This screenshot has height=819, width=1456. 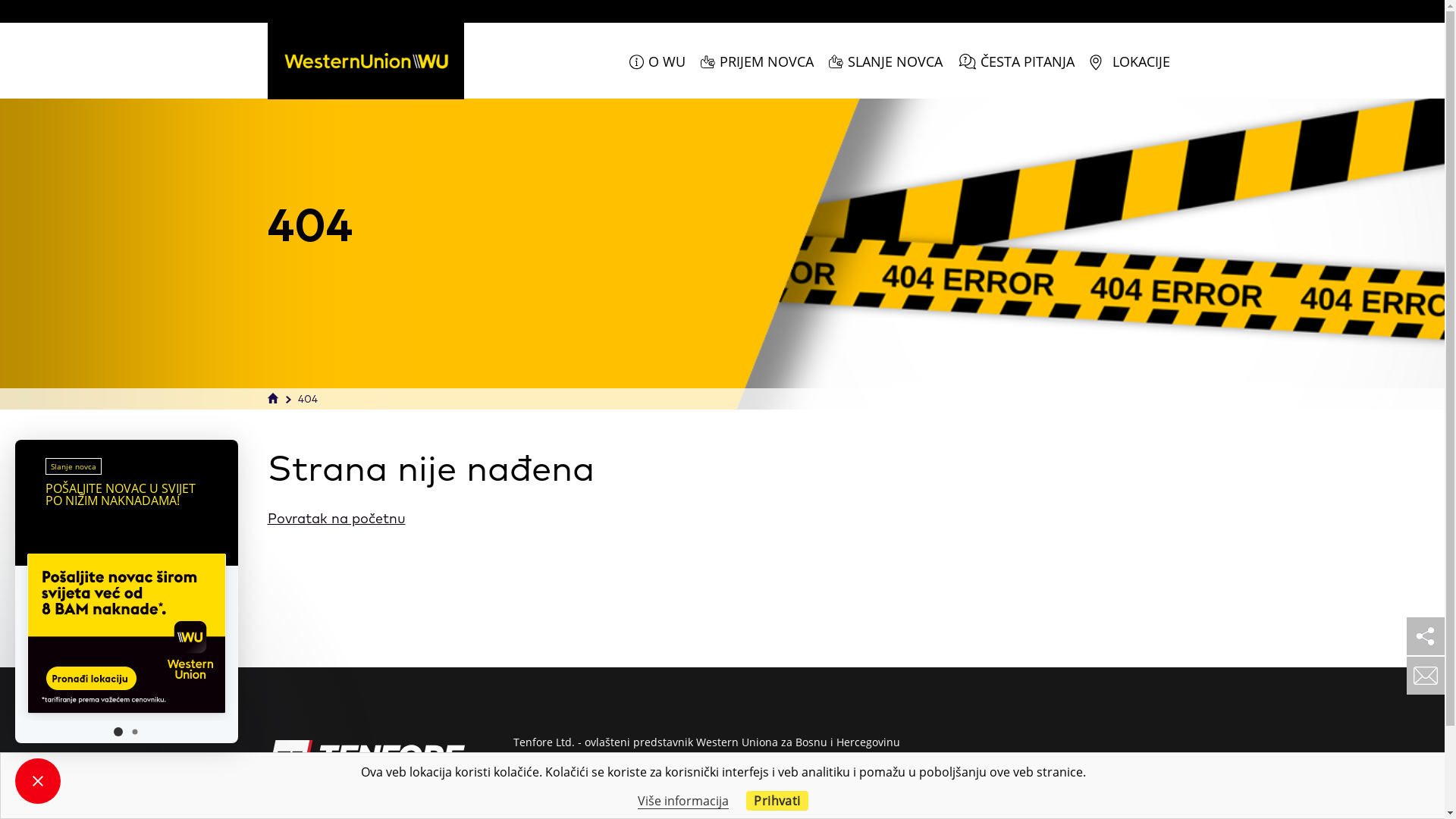 What do you see at coordinates (757, 61) in the screenshot?
I see `'PRIJEM NOVCA'` at bounding box center [757, 61].